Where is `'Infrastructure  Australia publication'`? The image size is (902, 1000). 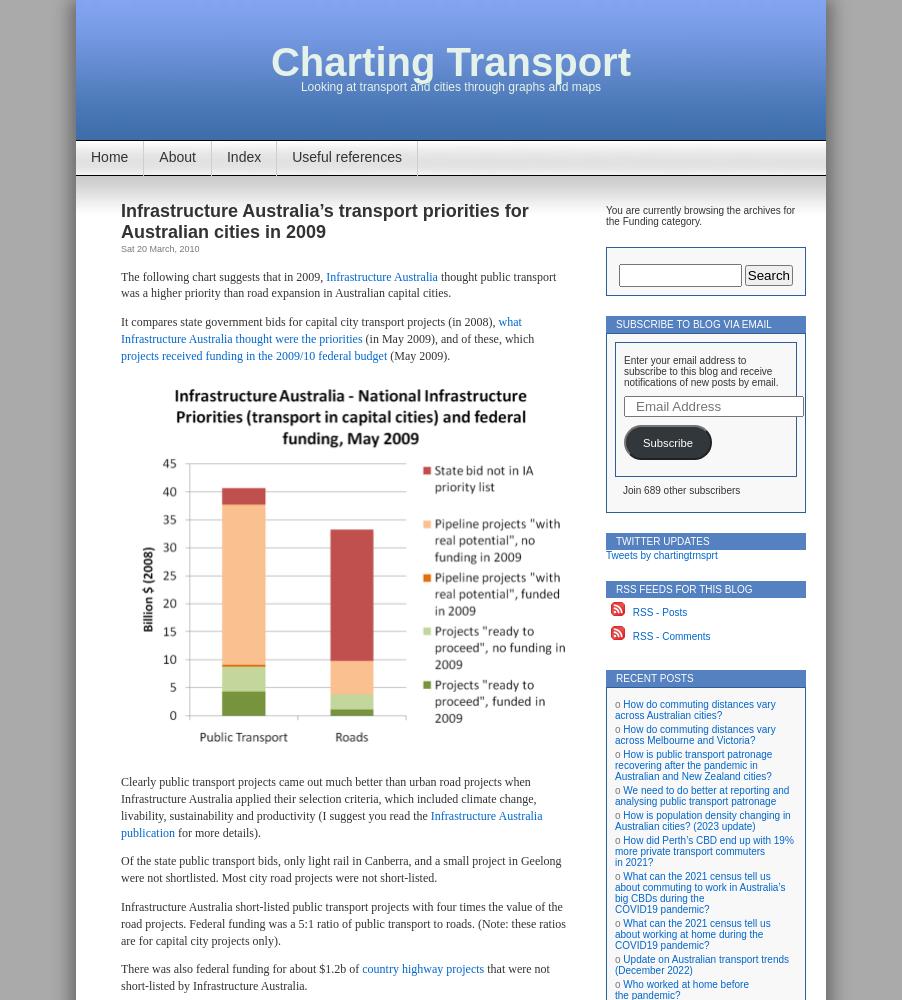
'Infrastructure  Australia publication' is located at coordinates (330, 822).